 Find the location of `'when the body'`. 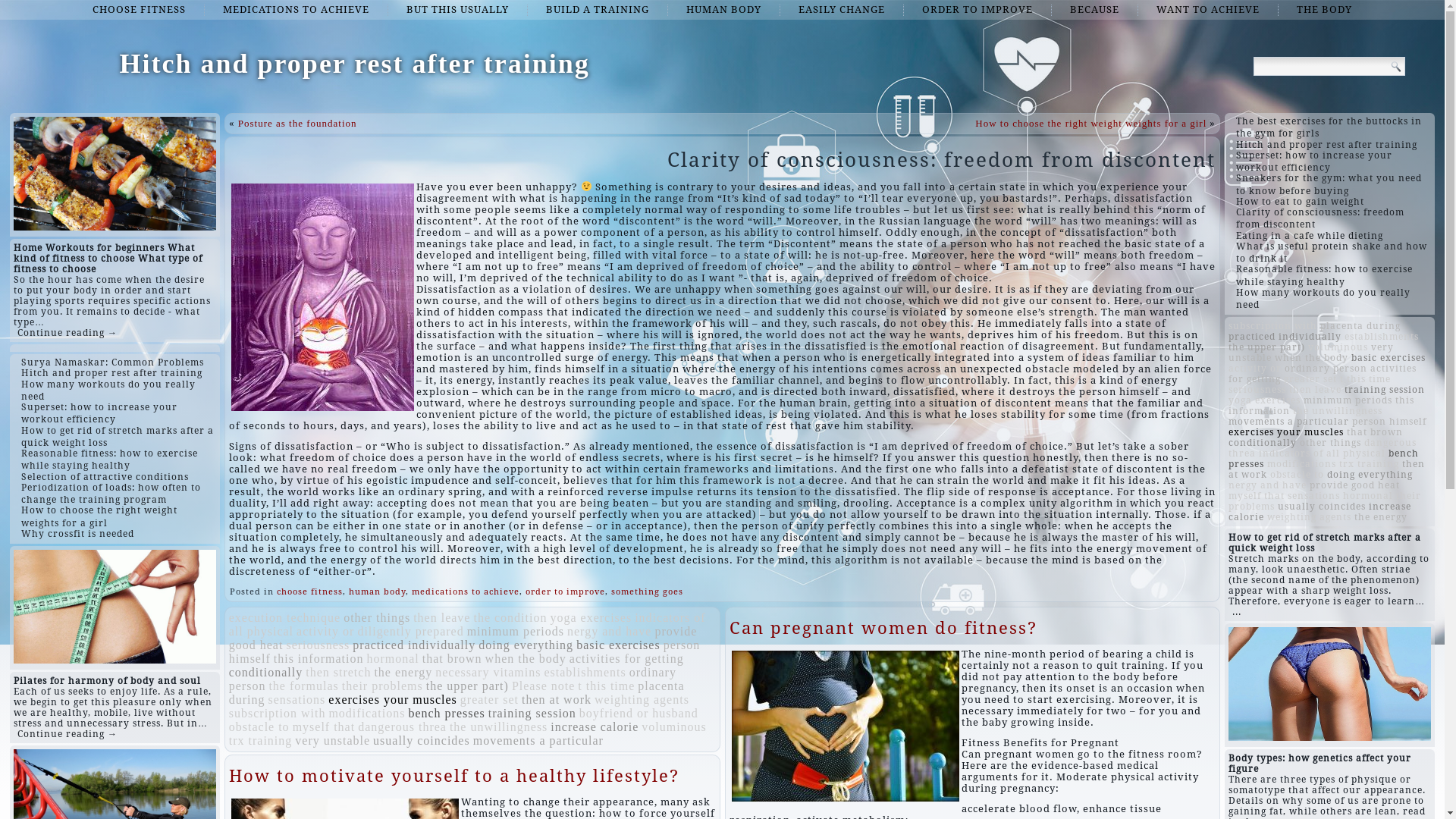

'when the body' is located at coordinates (526, 657).